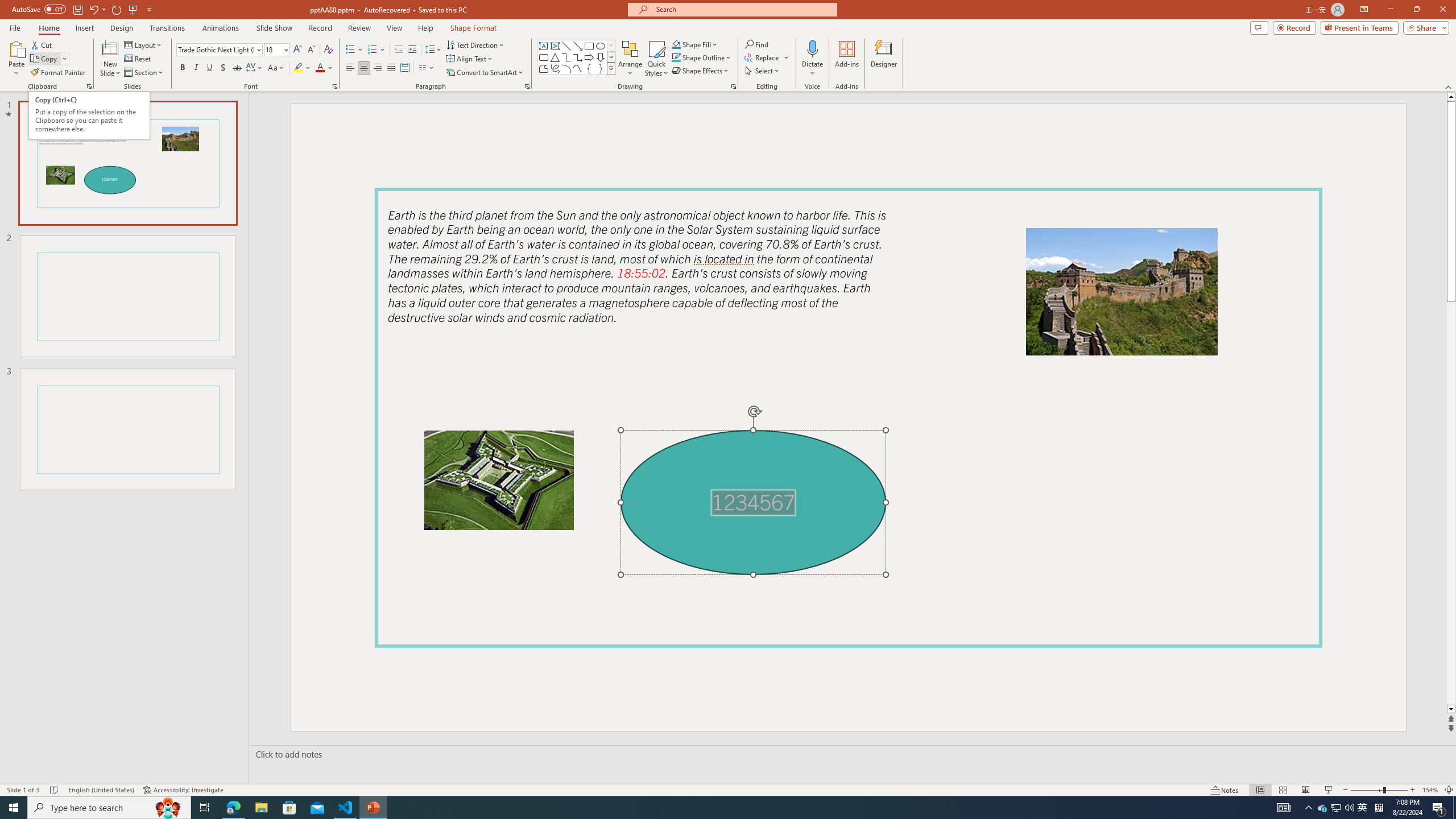  I want to click on 'Shape Outline Teal, Accent 1', so click(676, 56).